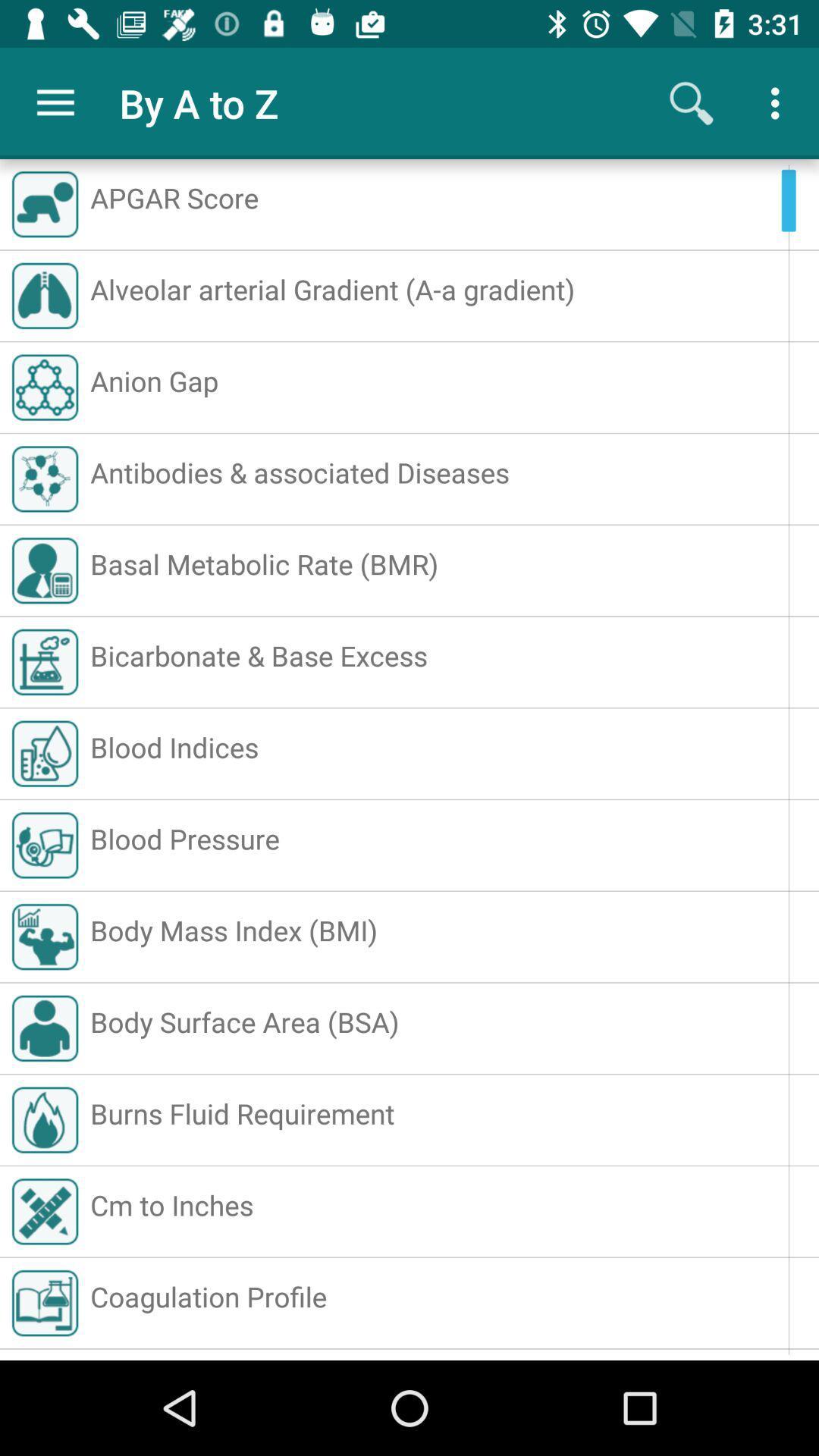 Image resolution: width=819 pixels, height=1456 pixels. What do you see at coordinates (779, 103) in the screenshot?
I see `the option icon` at bounding box center [779, 103].